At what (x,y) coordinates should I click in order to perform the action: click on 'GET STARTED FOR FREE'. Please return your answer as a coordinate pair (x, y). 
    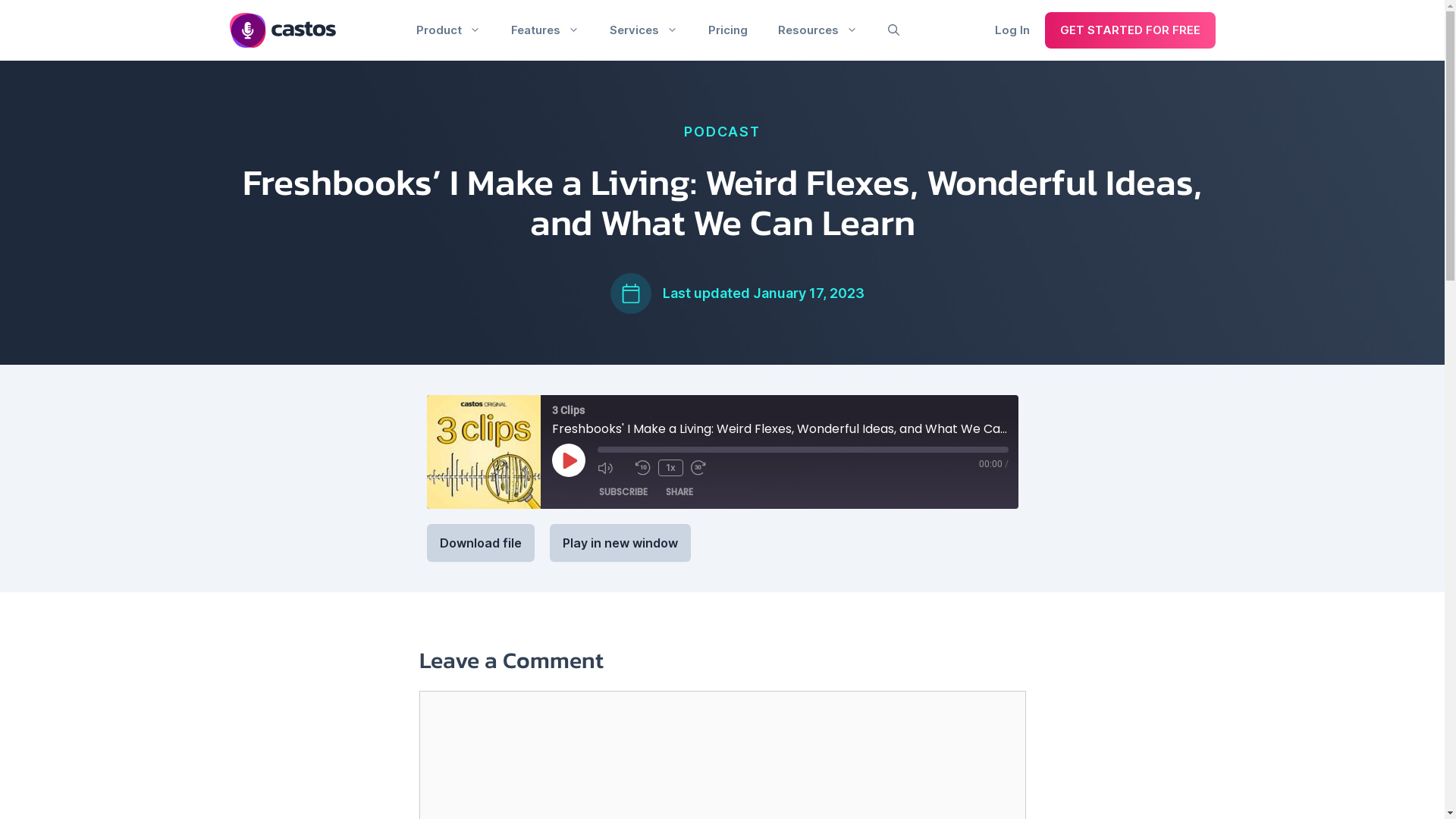
    Looking at the image, I should click on (1043, 30).